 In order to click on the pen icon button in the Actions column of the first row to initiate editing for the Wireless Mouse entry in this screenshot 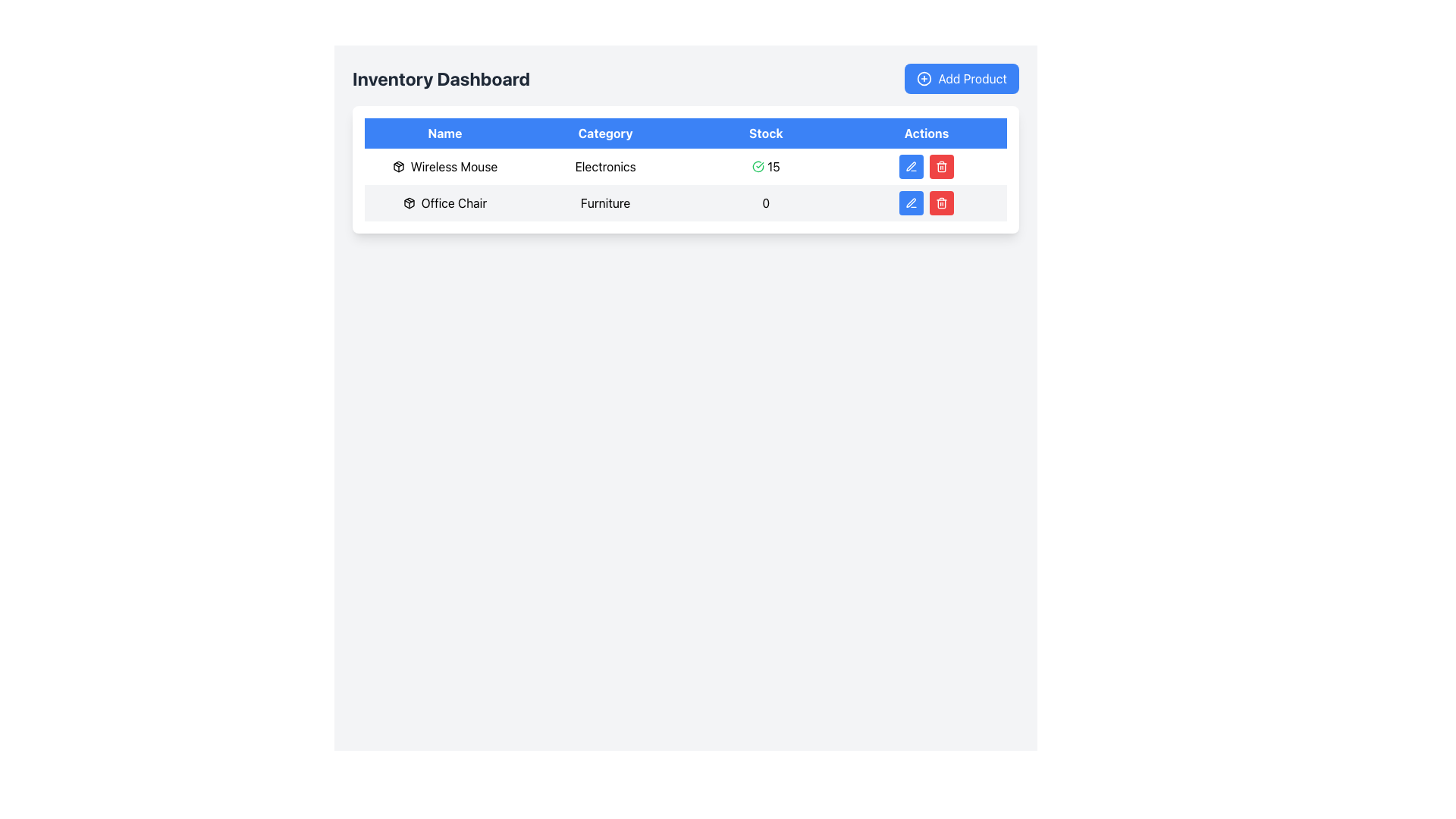, I will do `click(910, 166)`.